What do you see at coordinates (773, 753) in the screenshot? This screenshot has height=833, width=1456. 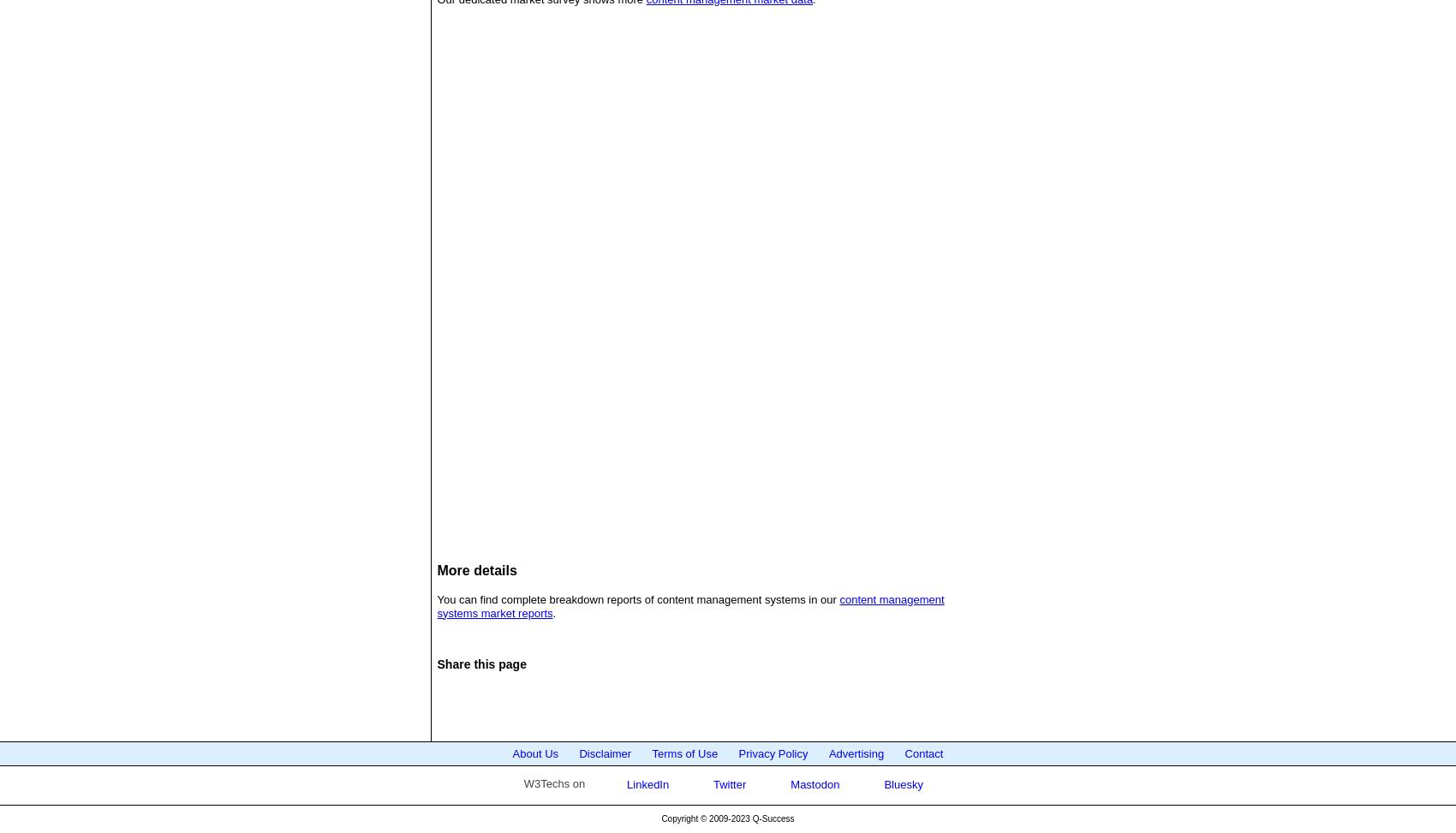 I see `'Privacy Policy'` at bounding box center [773, 753].